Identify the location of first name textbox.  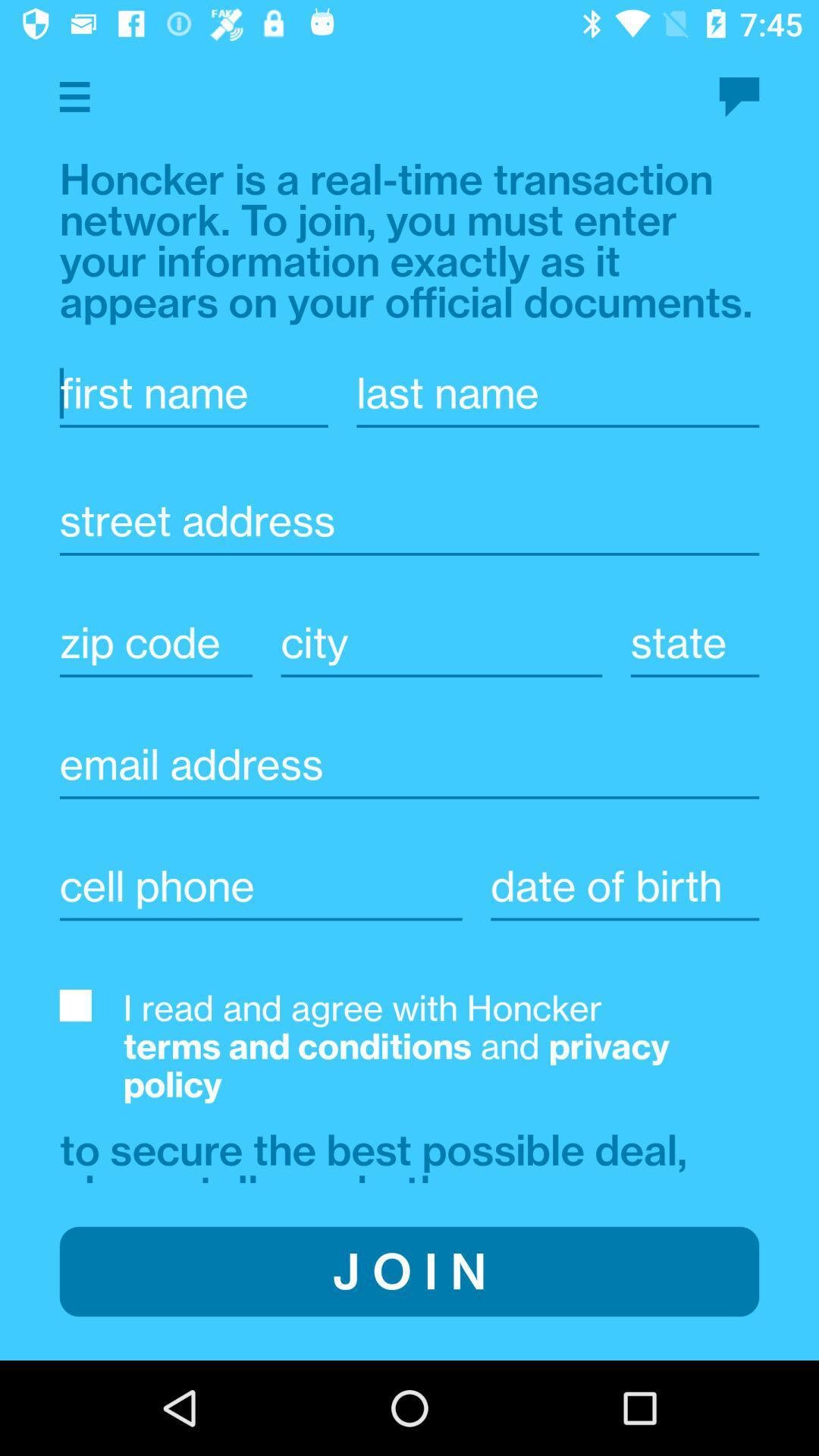
(193, 393).